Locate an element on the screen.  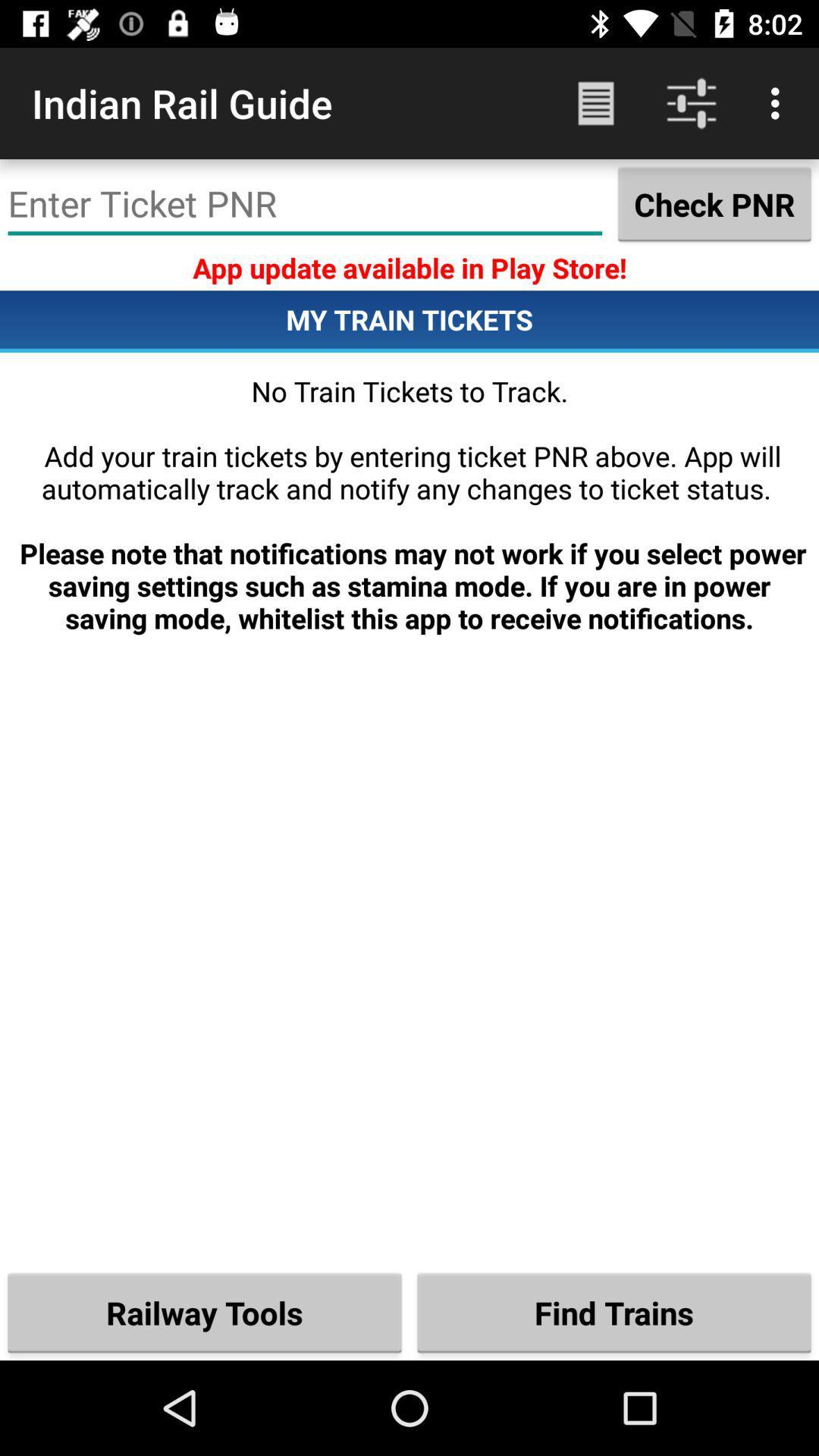
the find trains is located at coordinates (614, 1312).